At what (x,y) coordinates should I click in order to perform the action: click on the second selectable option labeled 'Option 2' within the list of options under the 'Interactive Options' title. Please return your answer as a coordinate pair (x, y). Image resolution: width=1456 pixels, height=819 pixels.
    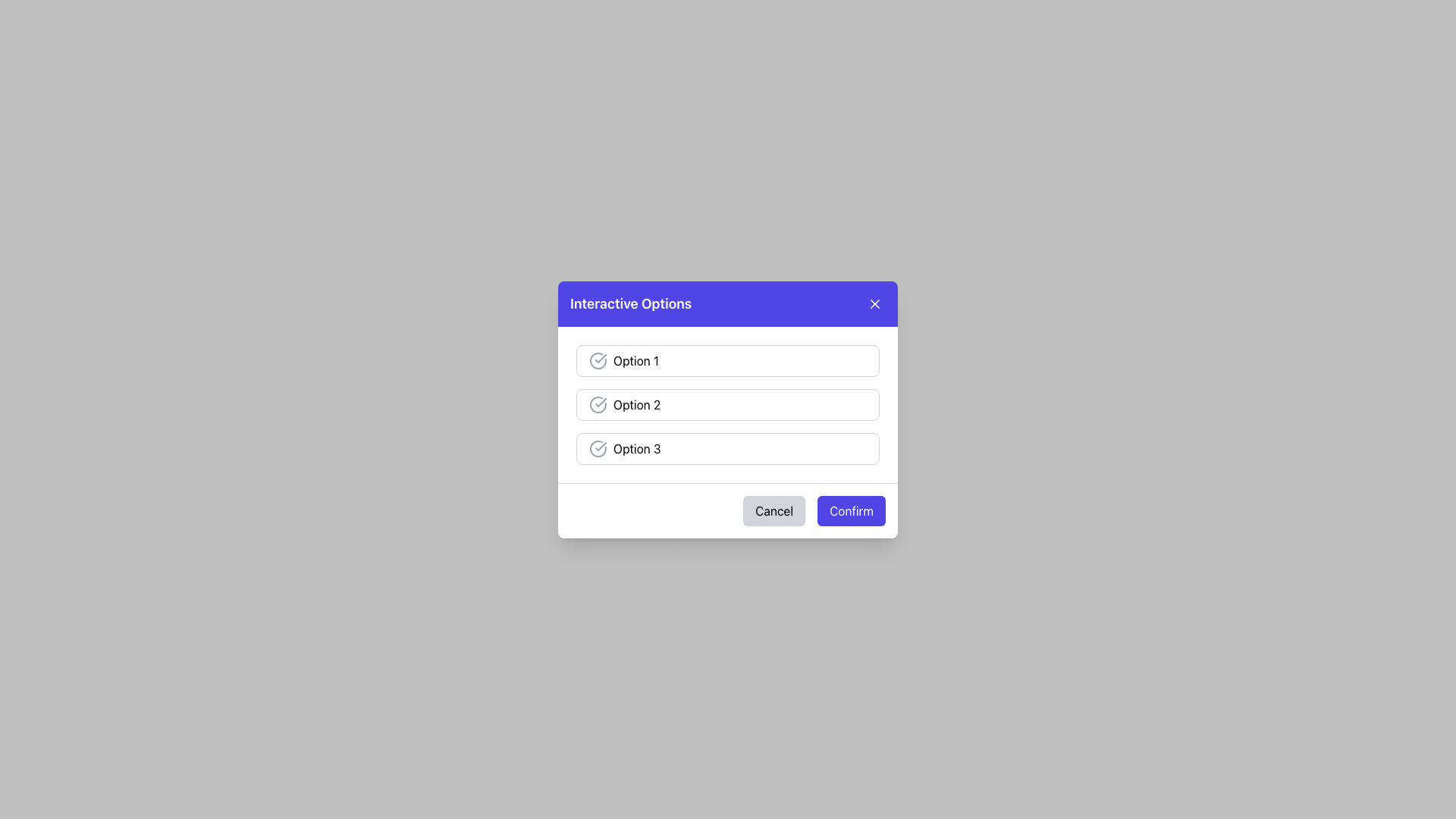
    Looking at the image, I should click on (728, 403).